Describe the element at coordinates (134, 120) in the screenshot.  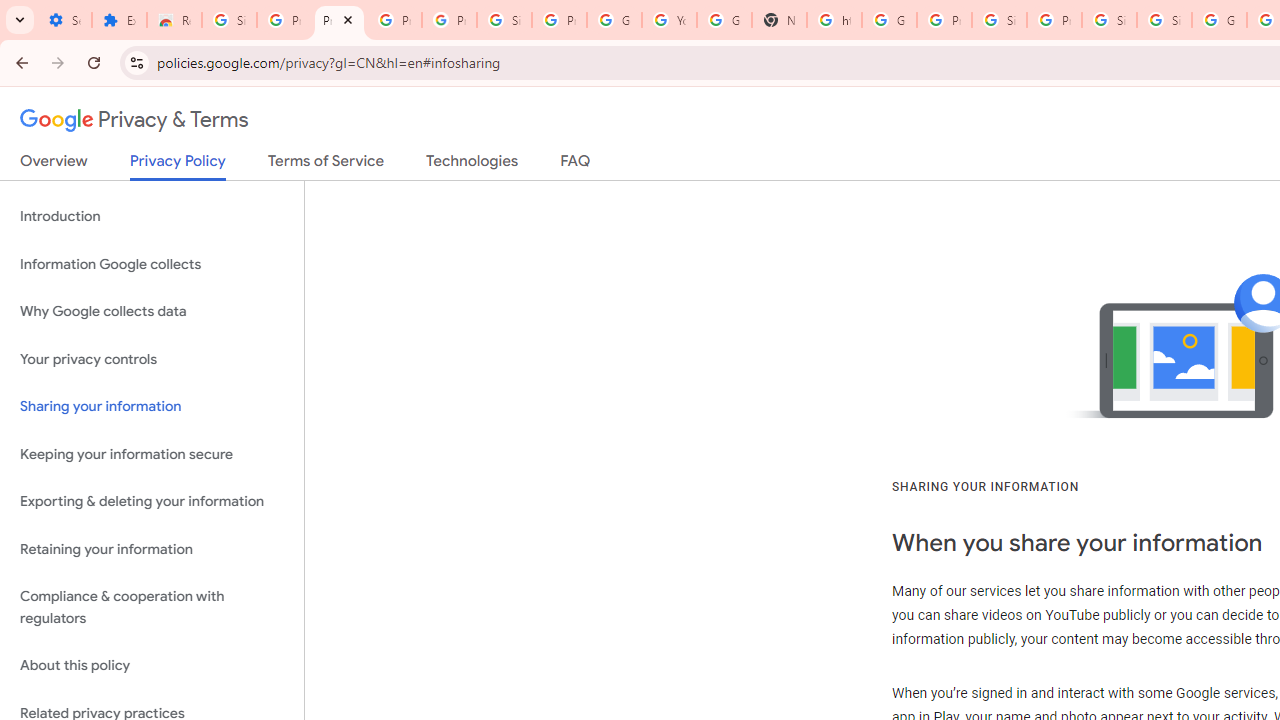
I see `'Privacy & Terms'` at that location.